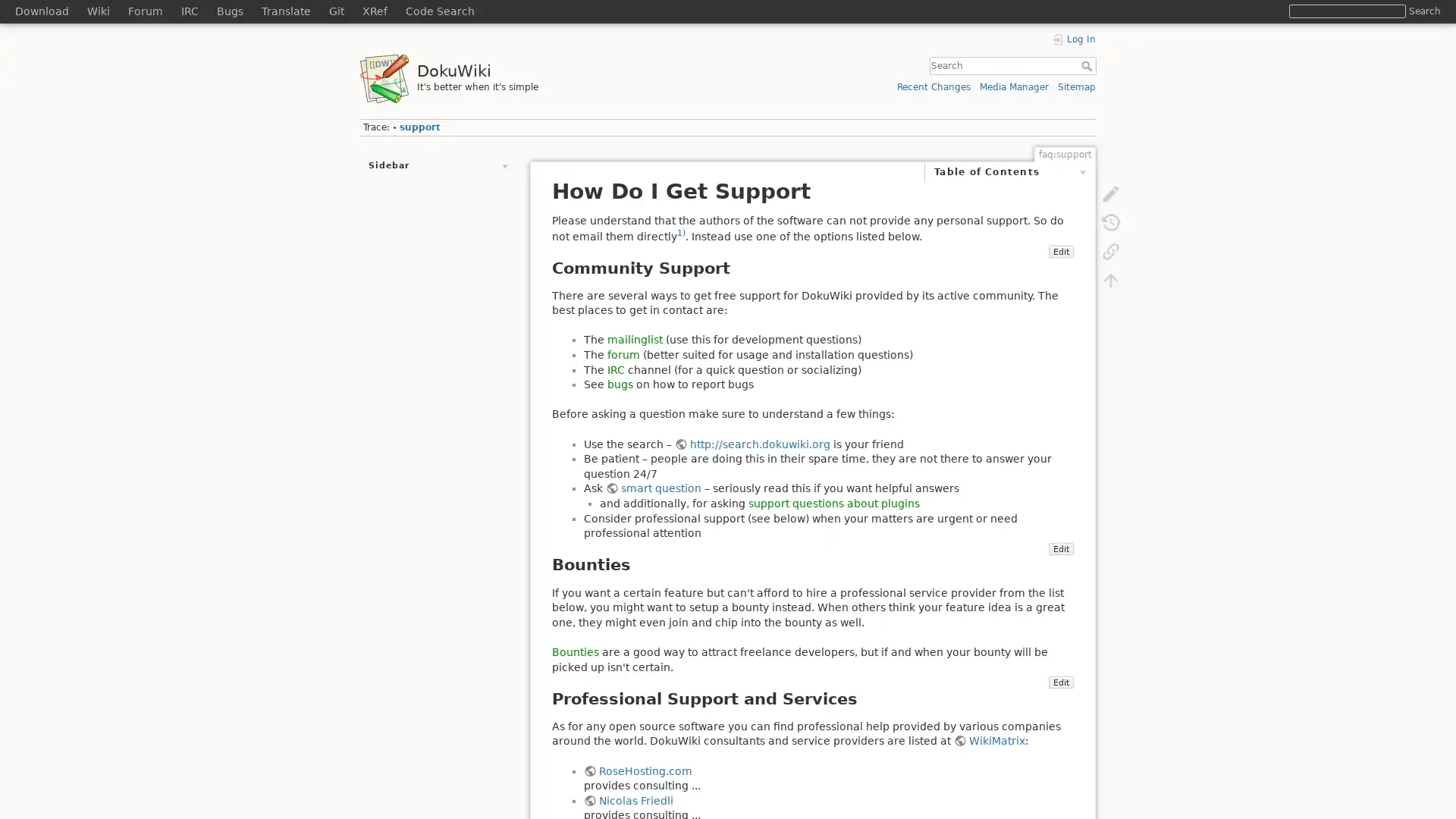  Describe the element at coordinates (1423, 11) in the screenshot. I see `Search` at that location.